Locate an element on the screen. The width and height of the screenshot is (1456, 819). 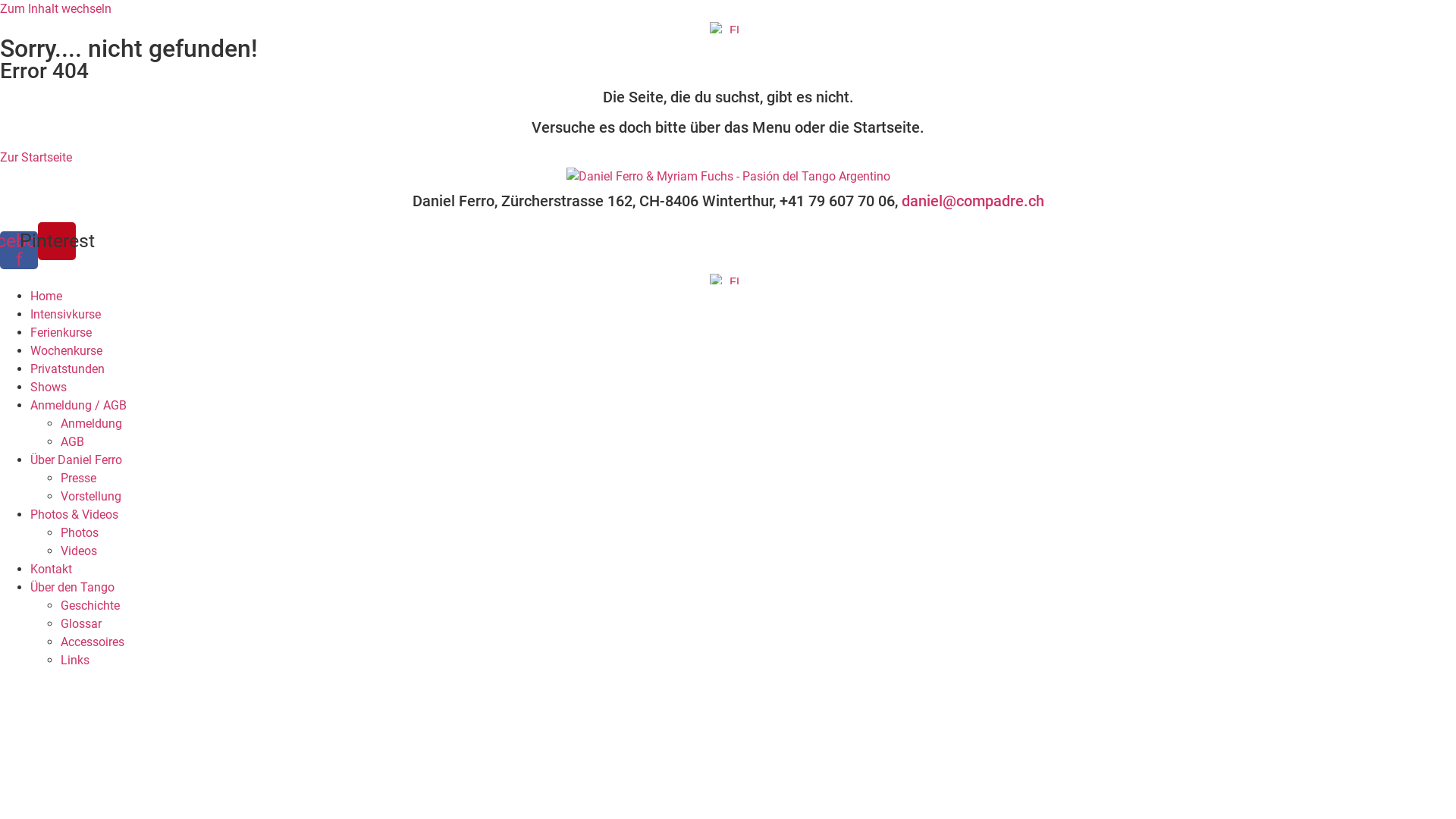
'Geschichte' is located at coordinates (89, 604).